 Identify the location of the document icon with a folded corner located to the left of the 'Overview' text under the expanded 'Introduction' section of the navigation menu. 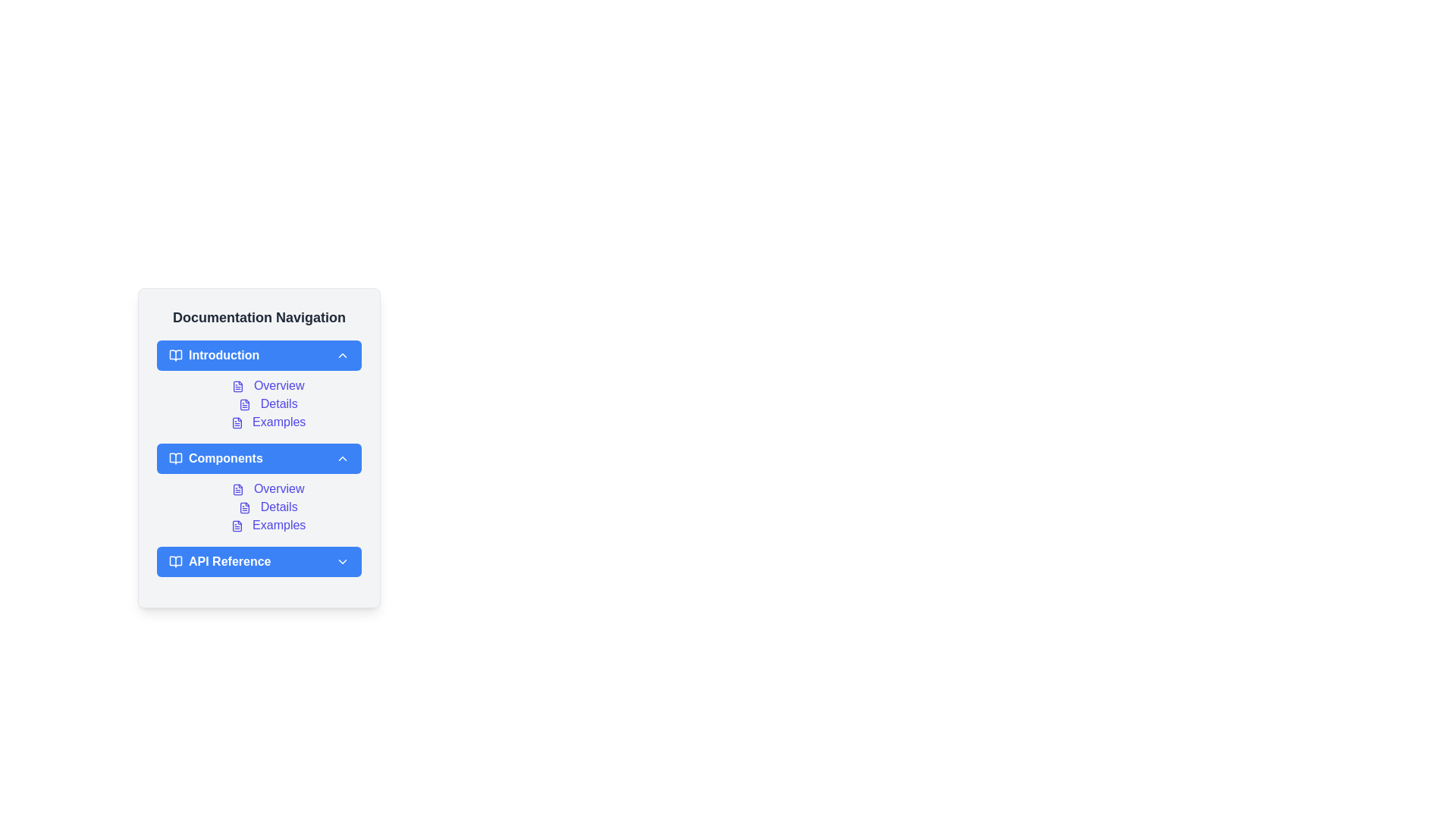
(237, 385).